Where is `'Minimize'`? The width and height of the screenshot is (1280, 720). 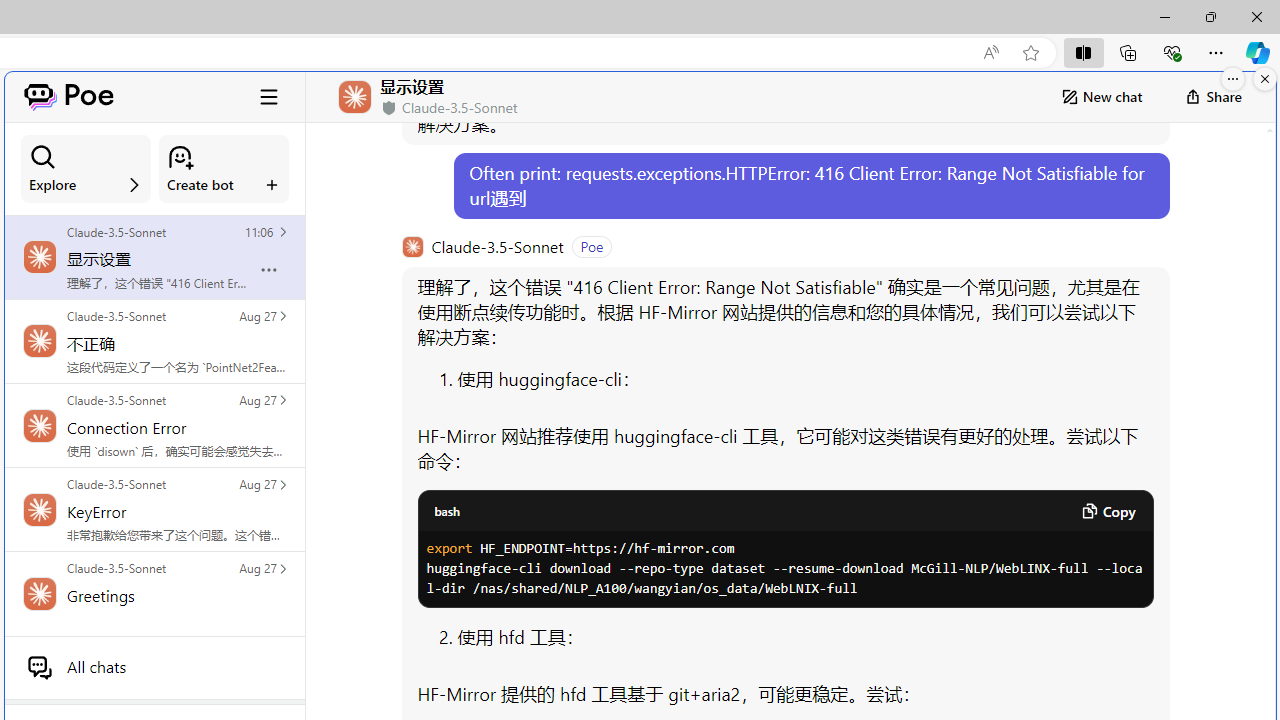 'Minimize' is located at coordinates (1164, 16).